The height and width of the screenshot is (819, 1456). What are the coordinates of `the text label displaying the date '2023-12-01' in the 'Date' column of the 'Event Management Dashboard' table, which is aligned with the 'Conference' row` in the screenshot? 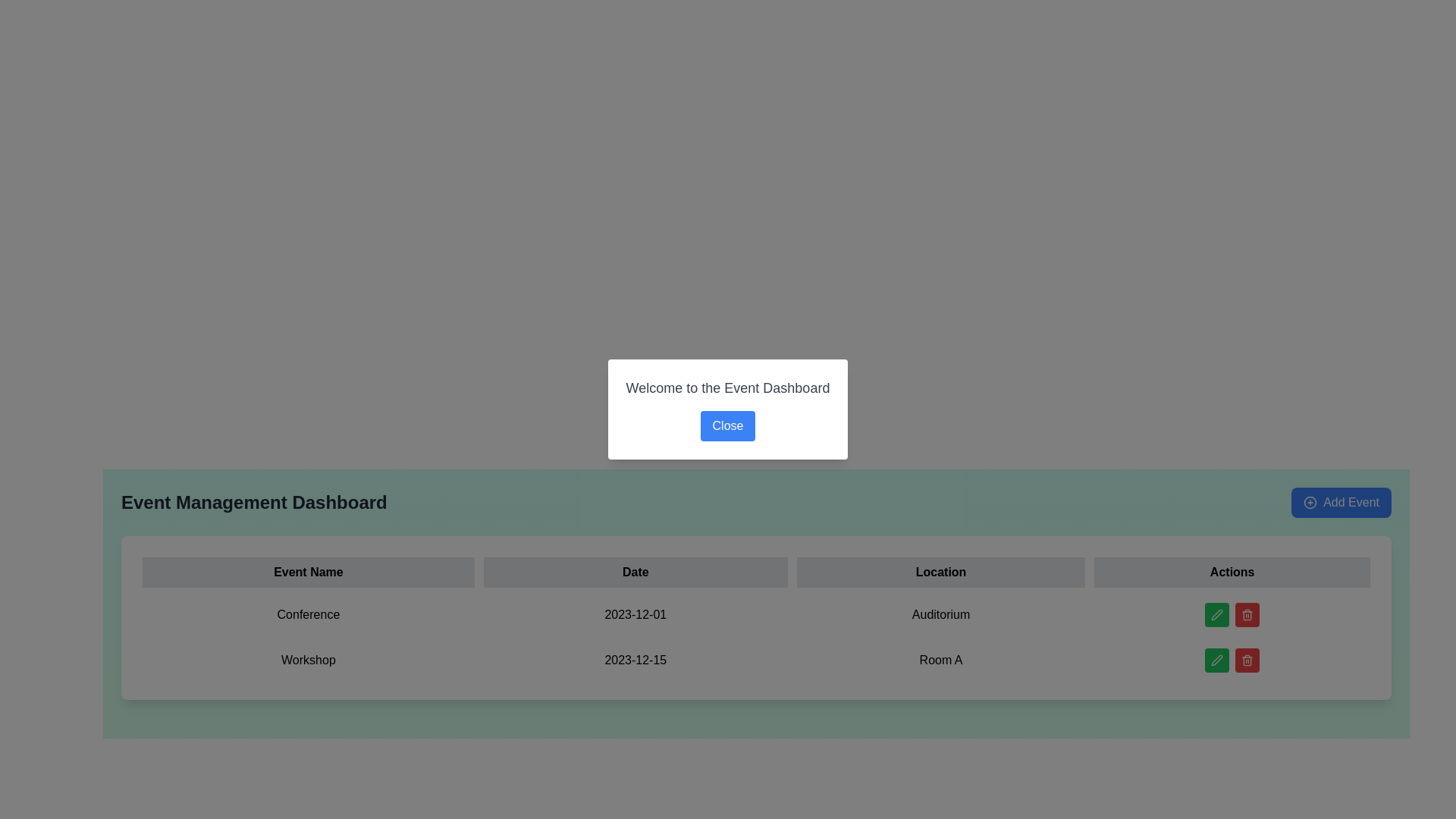 It's located at (635, 614).